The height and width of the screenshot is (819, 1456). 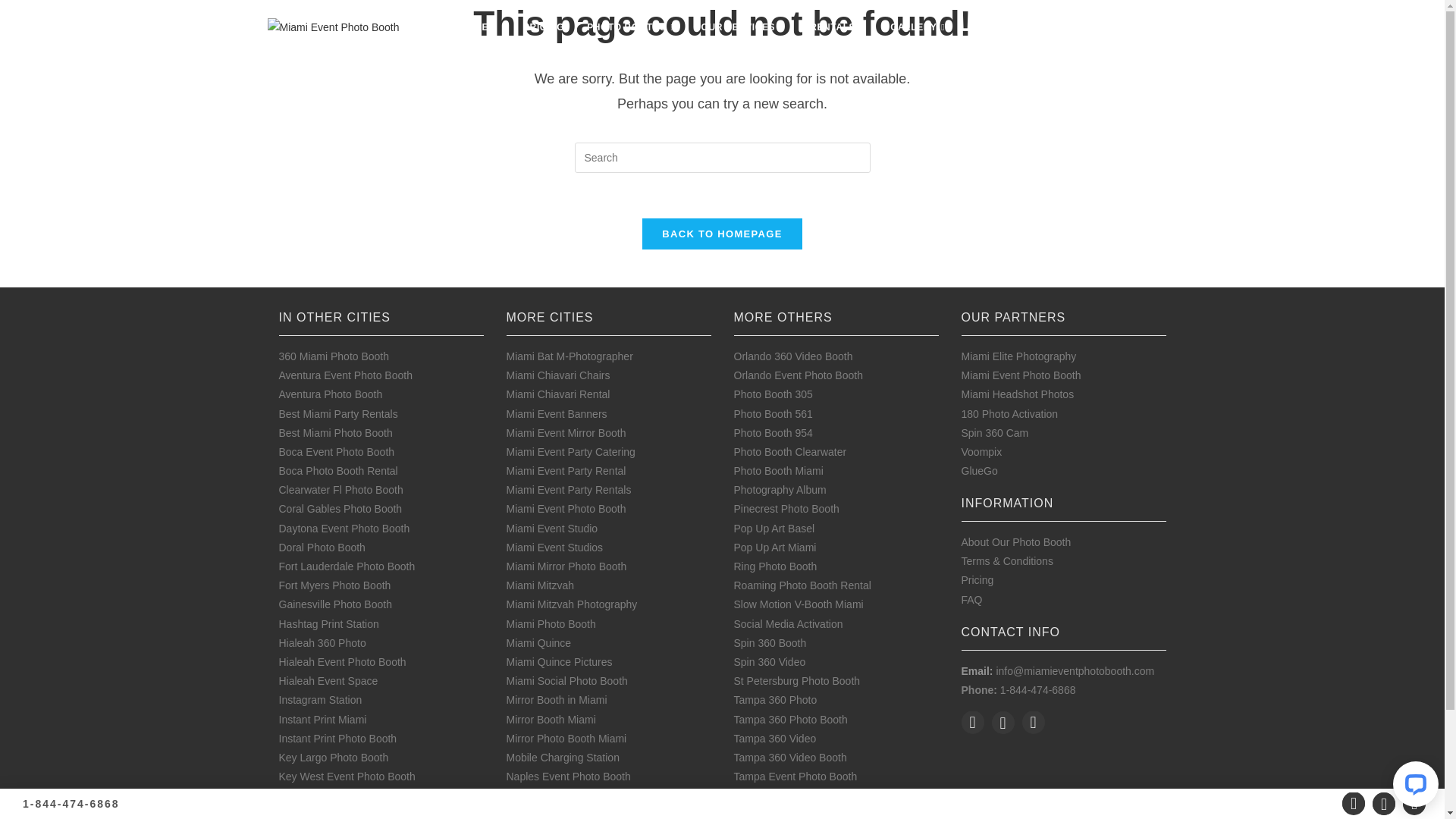 What do you see at coordinates (340, 489) in the screenshot?
I see `'Clearwater Fl Photo Booth'` at bounding box center [340, 489].